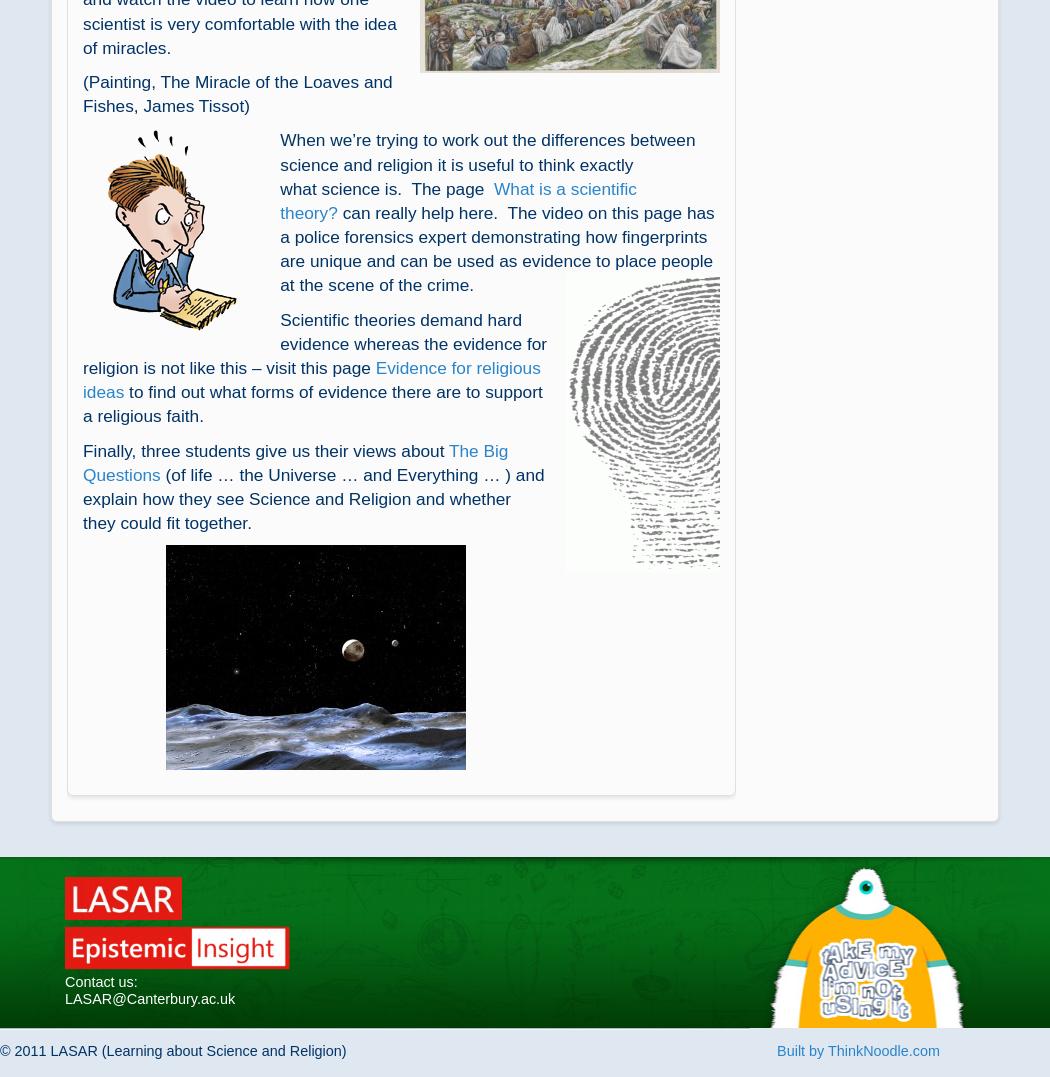 The height and width of the screenshot is (1077, 1050). What do you see at coordinates (315, 342) in the screenshot?
I see `'Scientific theories demand hard evidence whereas the evidence for religion is not like this – visit this page'` at bounding box center [315, 342].